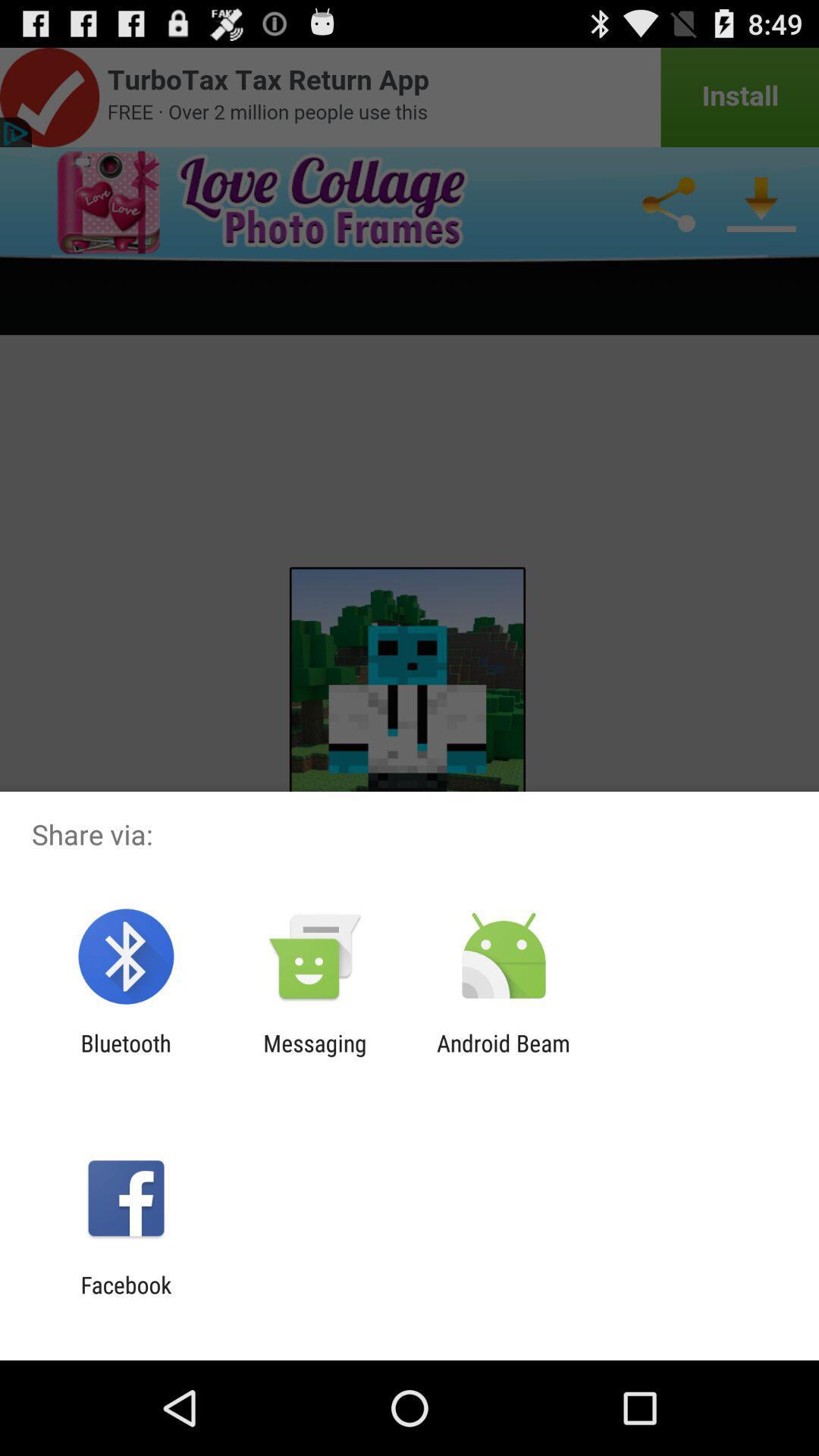 The width and height of the screenshot is (819, 1456). What do you see at coordinates (504, 1056) in the screenshot?
I see `the android beam` at bounding box center [504, 1056].